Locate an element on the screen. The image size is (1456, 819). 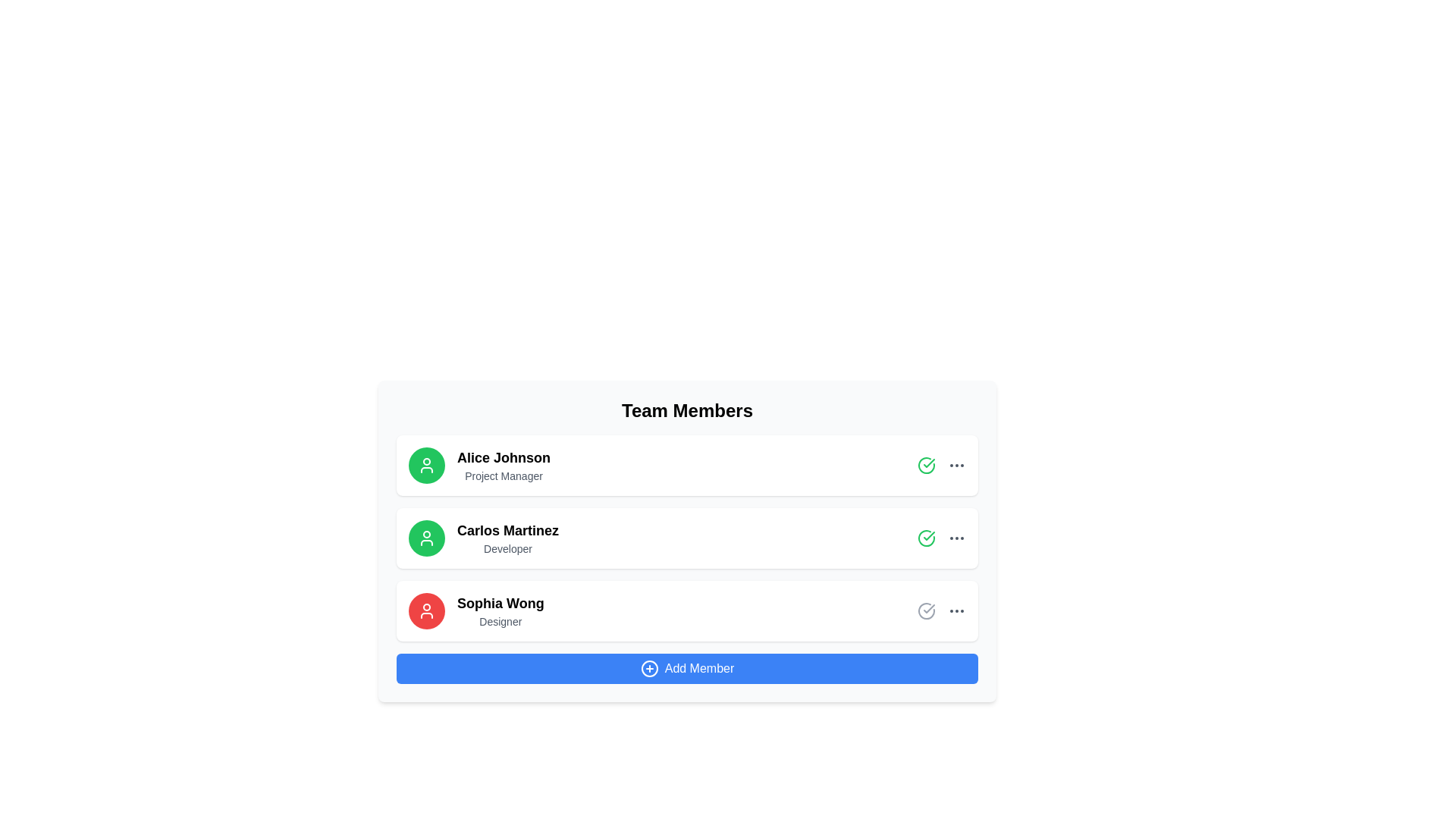
the Composite component containing the green check mark icon and the gray ellipsis button, located on the right edge of Alice Johnson's card in the Team Members section is located at coordinates (941, 464).